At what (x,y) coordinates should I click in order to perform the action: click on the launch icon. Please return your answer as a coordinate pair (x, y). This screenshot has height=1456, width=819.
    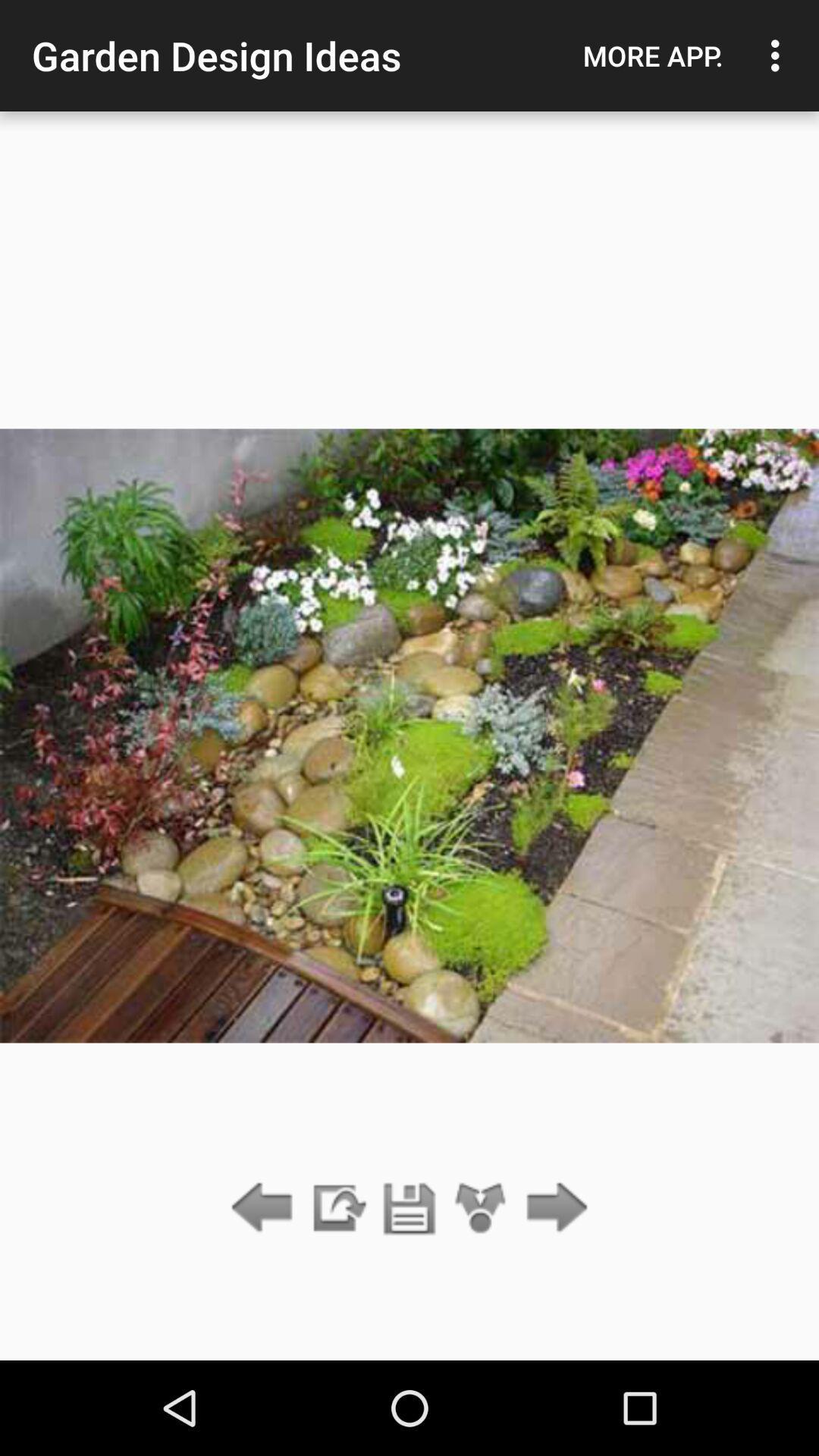
    Looking at the image, I should click on (337, 1208).